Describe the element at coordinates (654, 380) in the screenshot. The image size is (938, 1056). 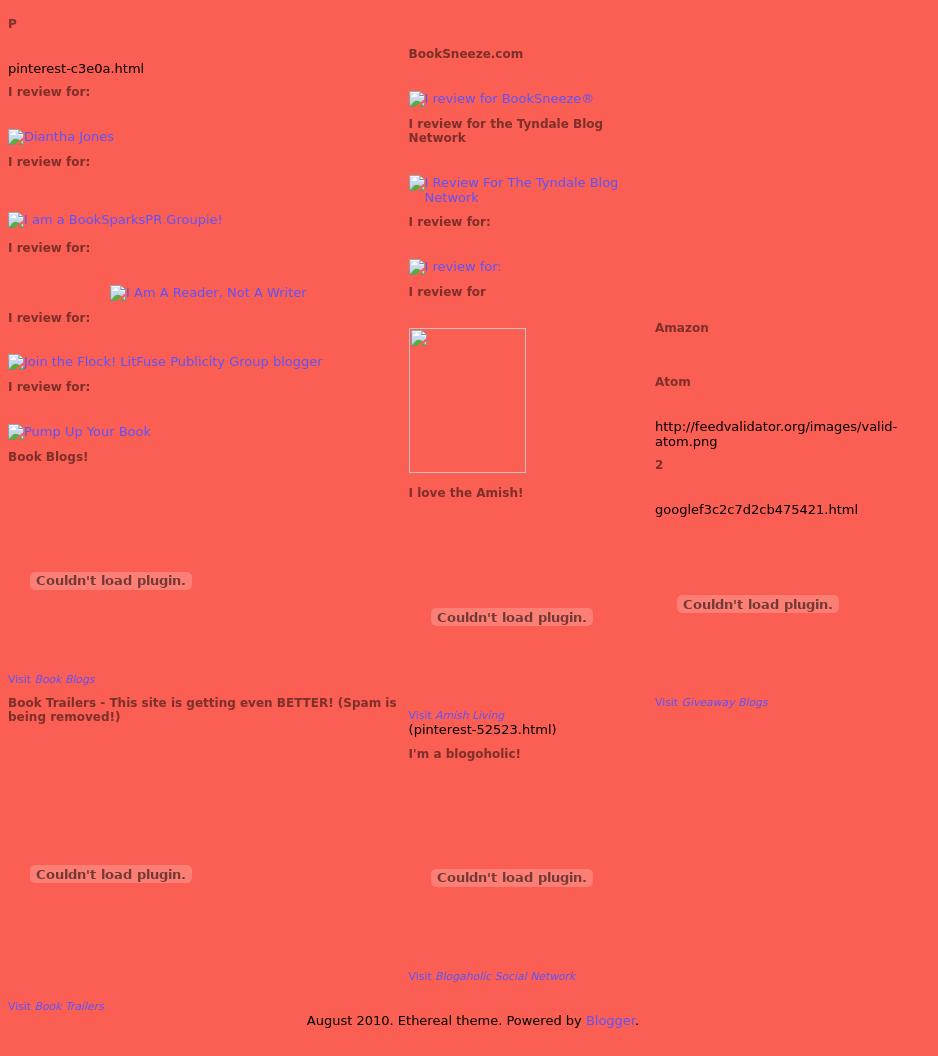
I see `'Atom'` at that location.